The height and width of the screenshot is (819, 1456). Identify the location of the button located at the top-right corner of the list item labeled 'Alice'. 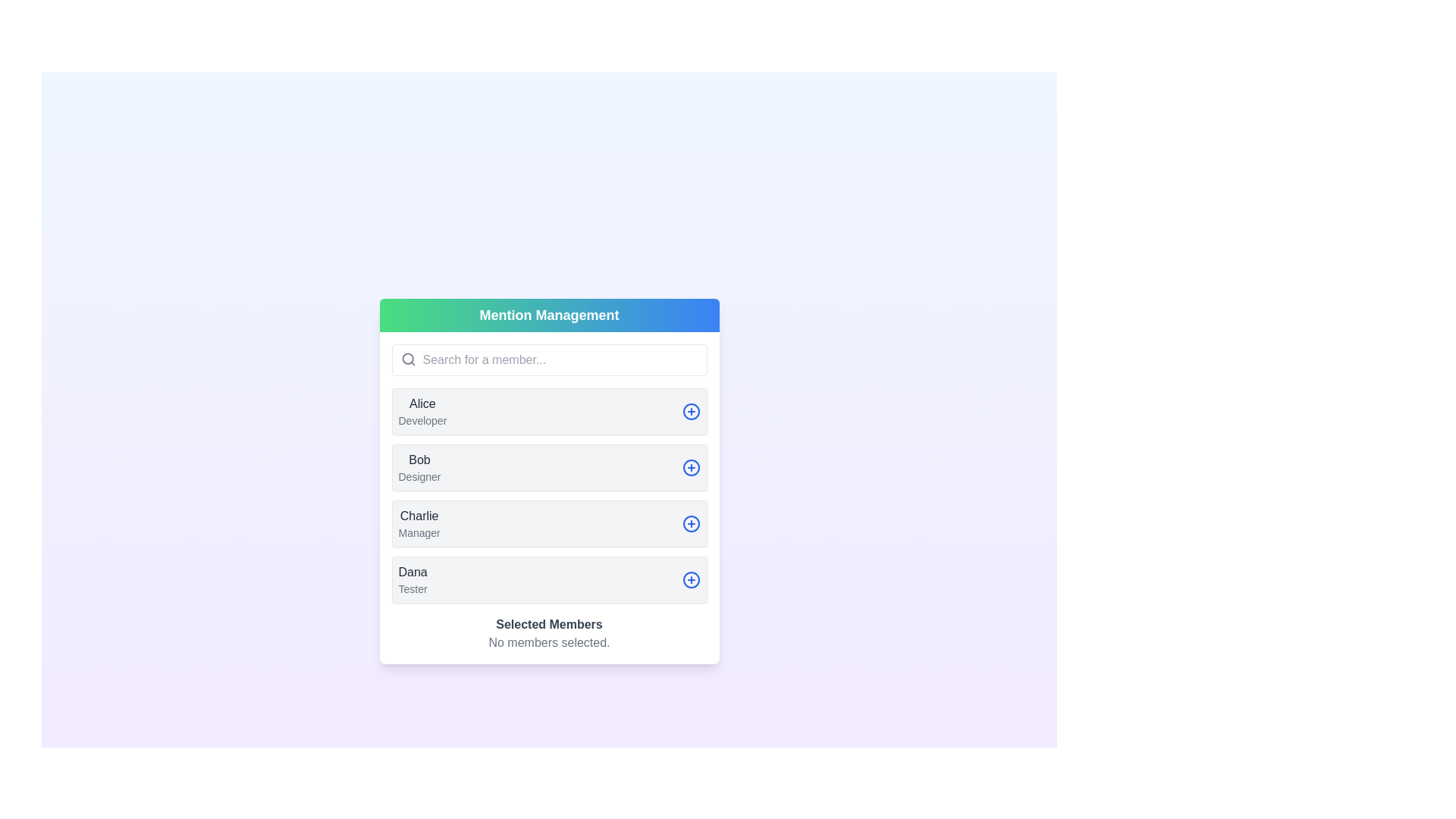
(690, 412).